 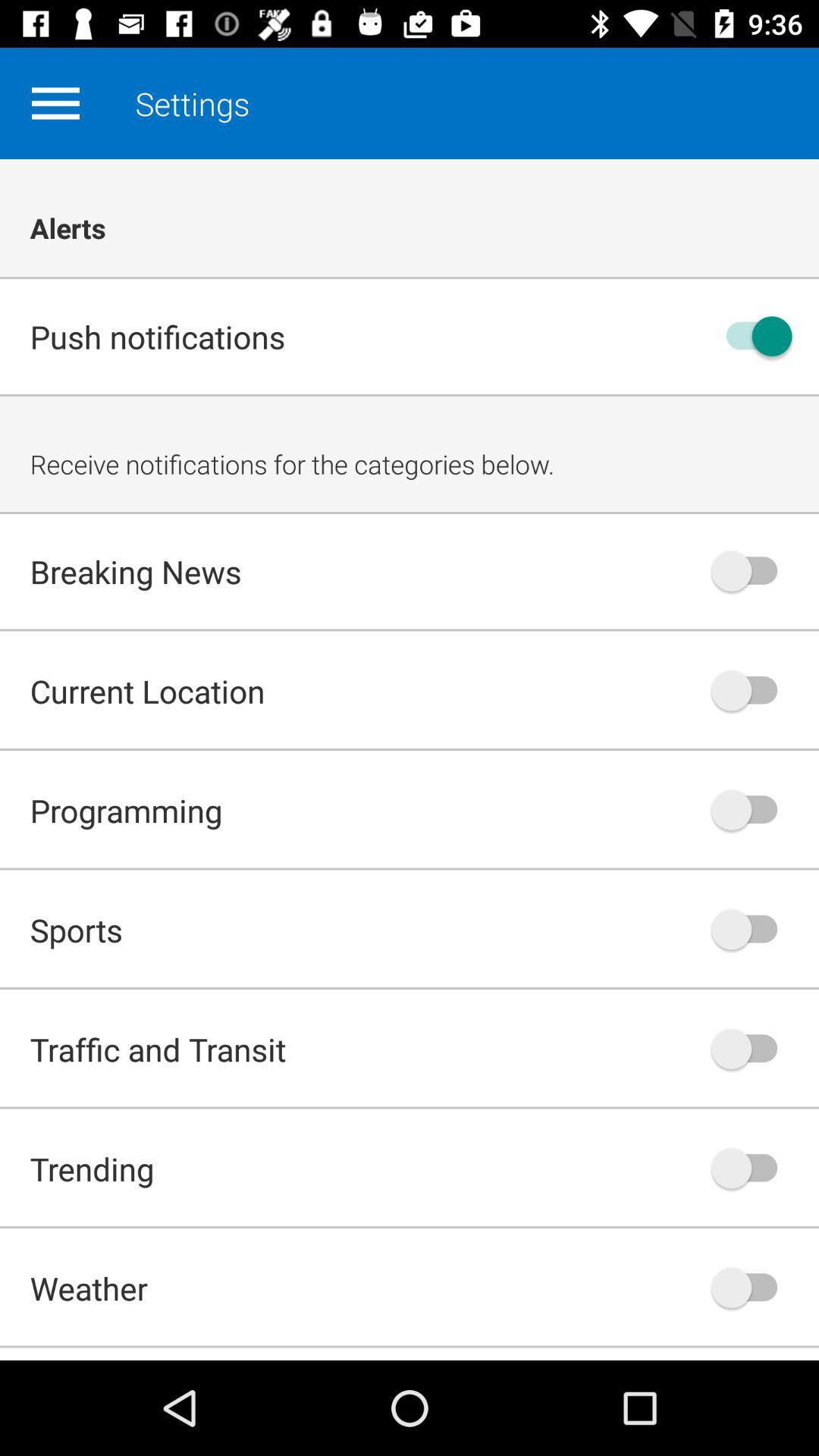 What do you see at coordinates (752, 1048) in the screenshot?
I see `on` at bounding box center [752, 1048].